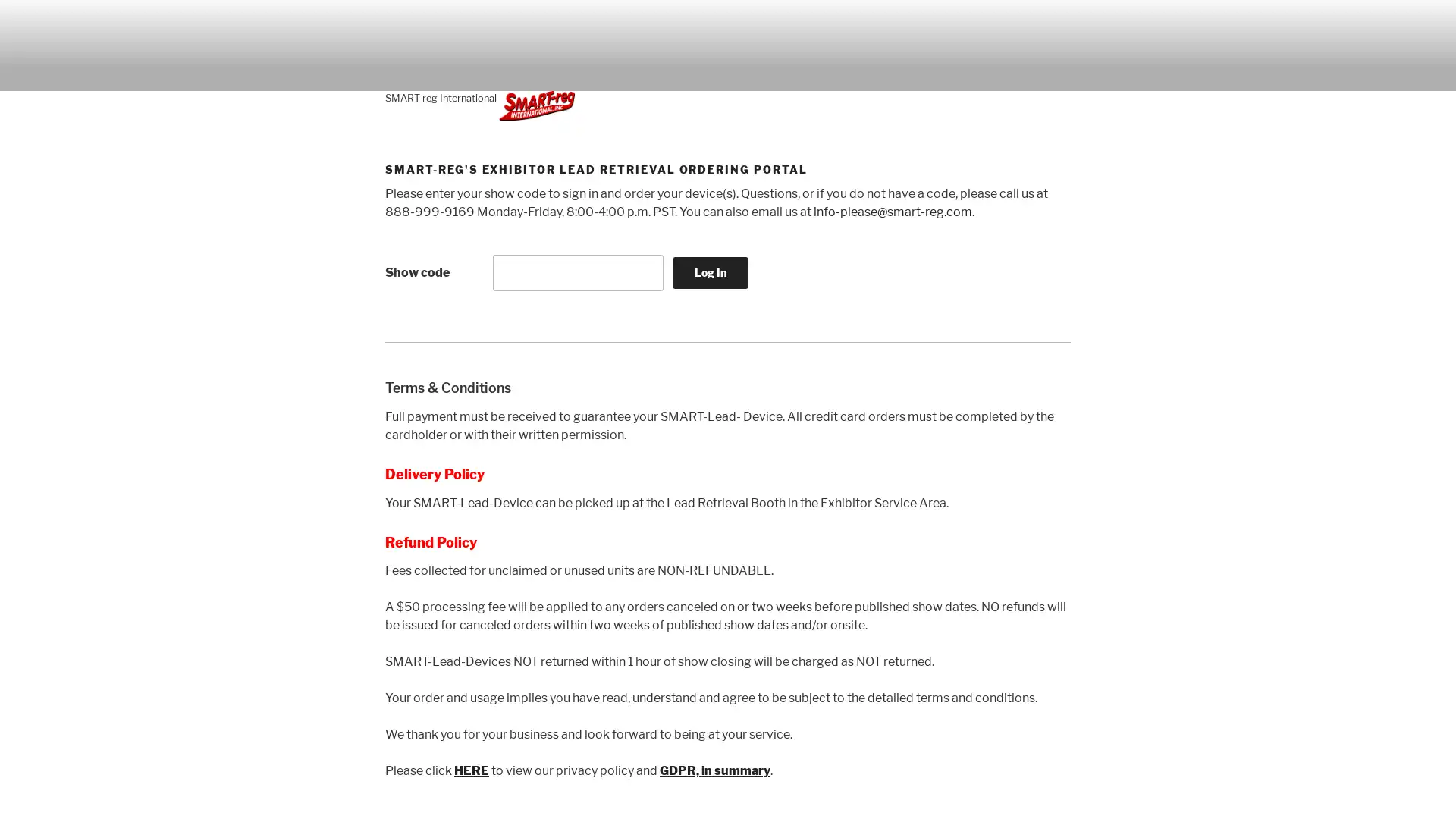 This screenshot has height=819, width=1456. I want to click on Log In, so click(709, 271).